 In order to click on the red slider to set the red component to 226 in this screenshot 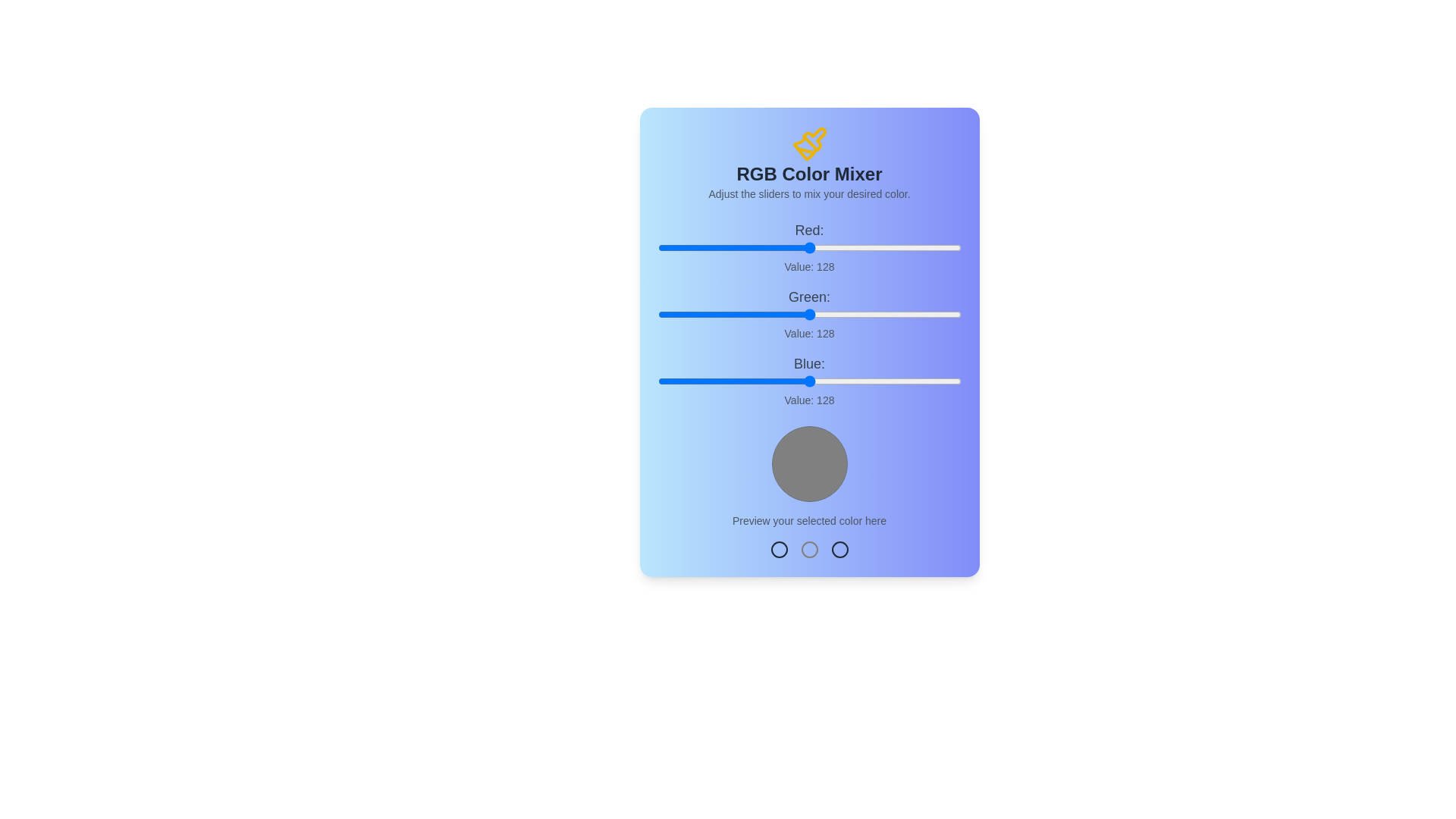, I will do `click(926, 247)`.